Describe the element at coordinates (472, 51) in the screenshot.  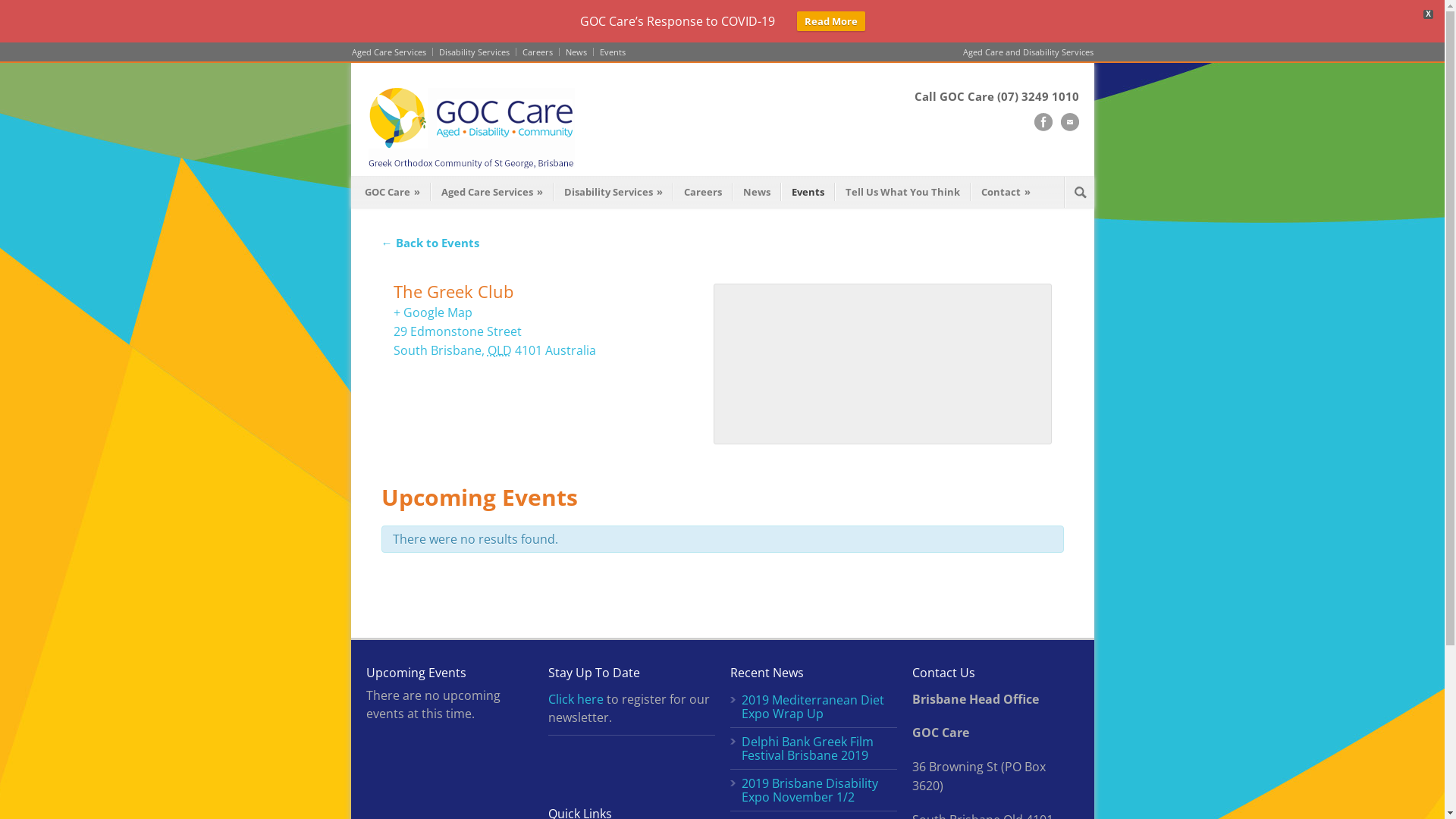
I see `'Disability Services'` at that location.